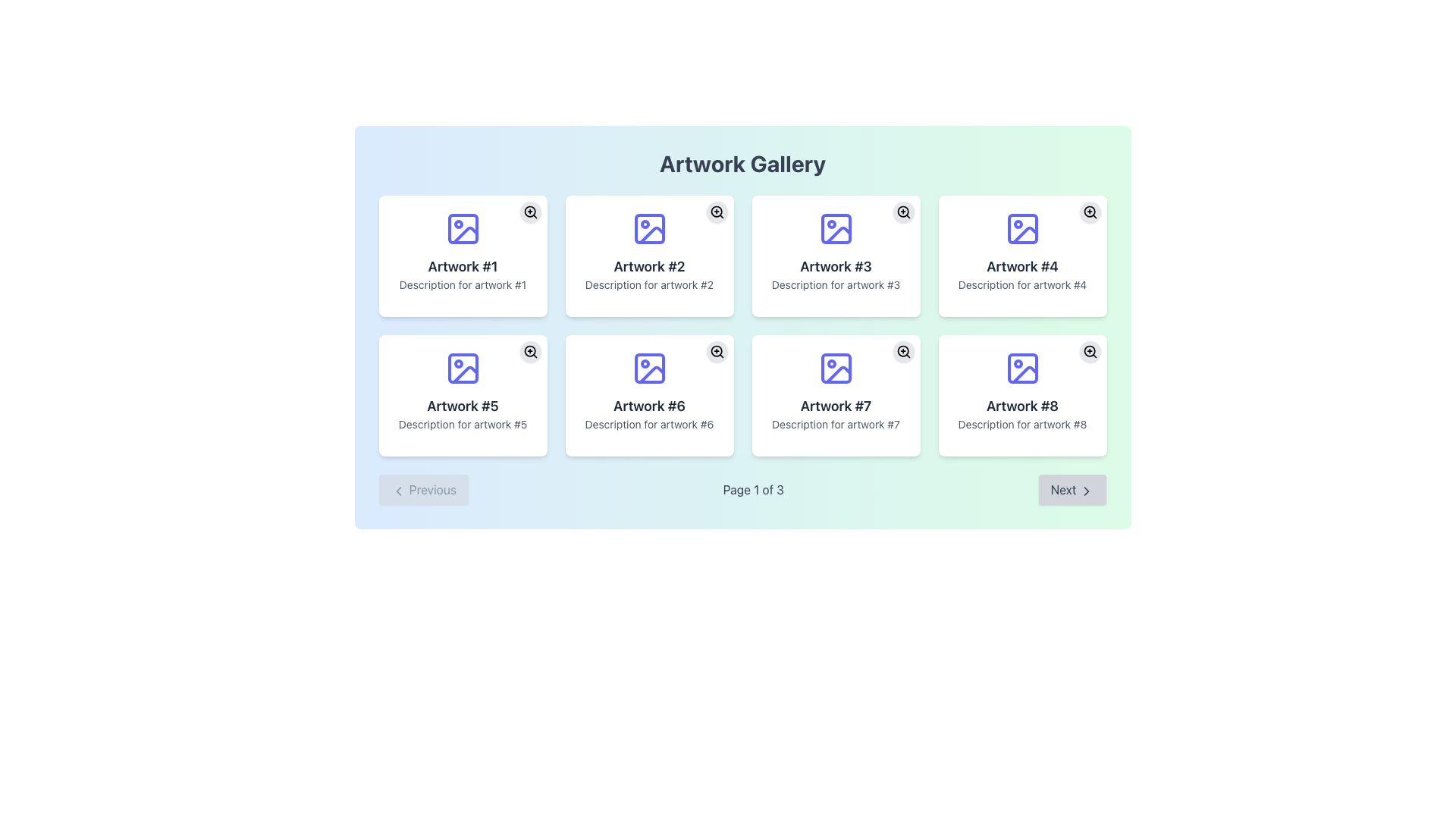 This screenshot has width=1456, height=819. Describe the element at coordinates (462, 424) in the screenshot. I see `the Text label providing additional information about 'Artwork #5', which is positioned directly below its title in the card layout` at that location.